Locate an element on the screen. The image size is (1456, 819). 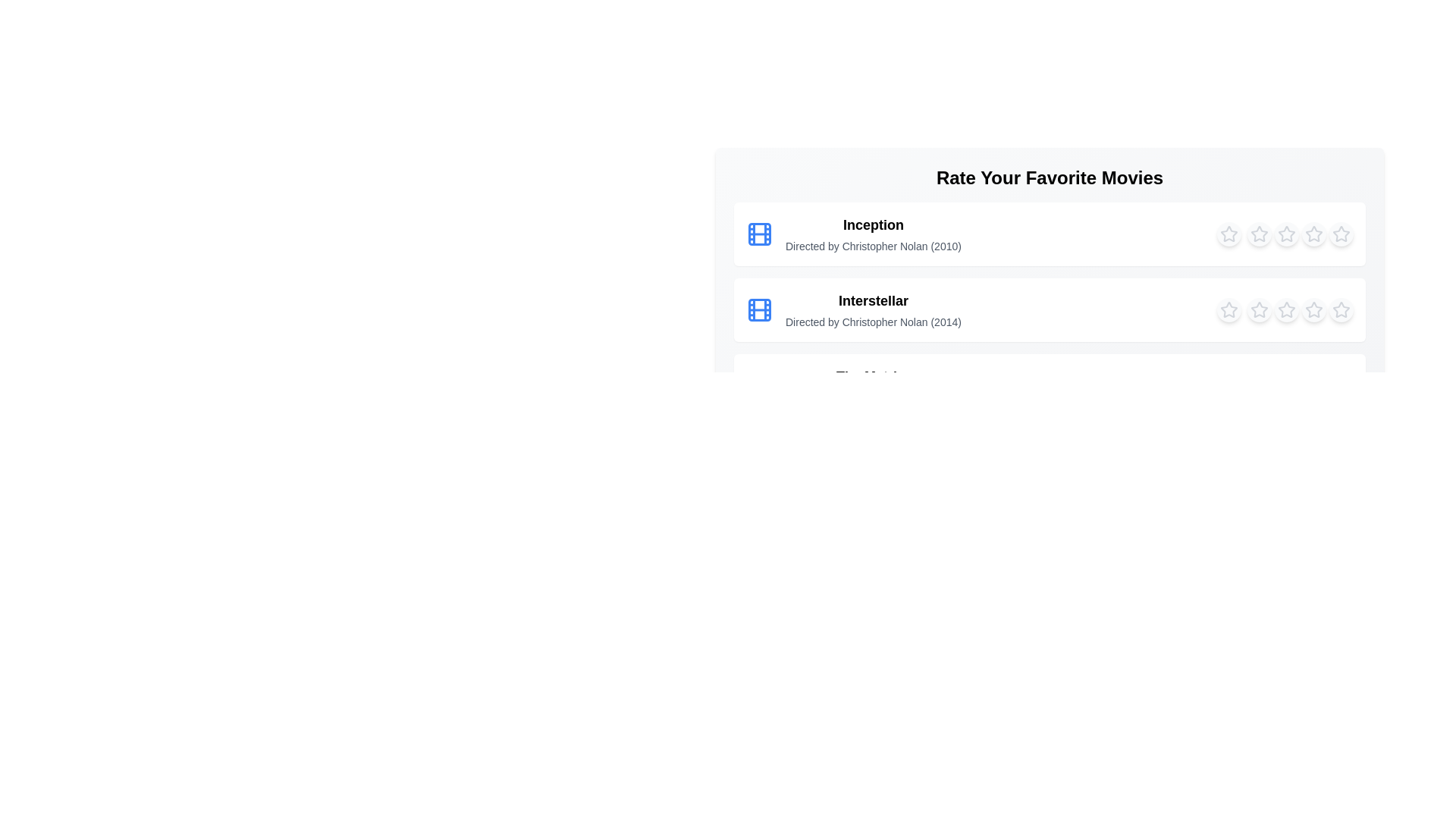
the 3 star to highlight it is located at coordinates (1286, 234).